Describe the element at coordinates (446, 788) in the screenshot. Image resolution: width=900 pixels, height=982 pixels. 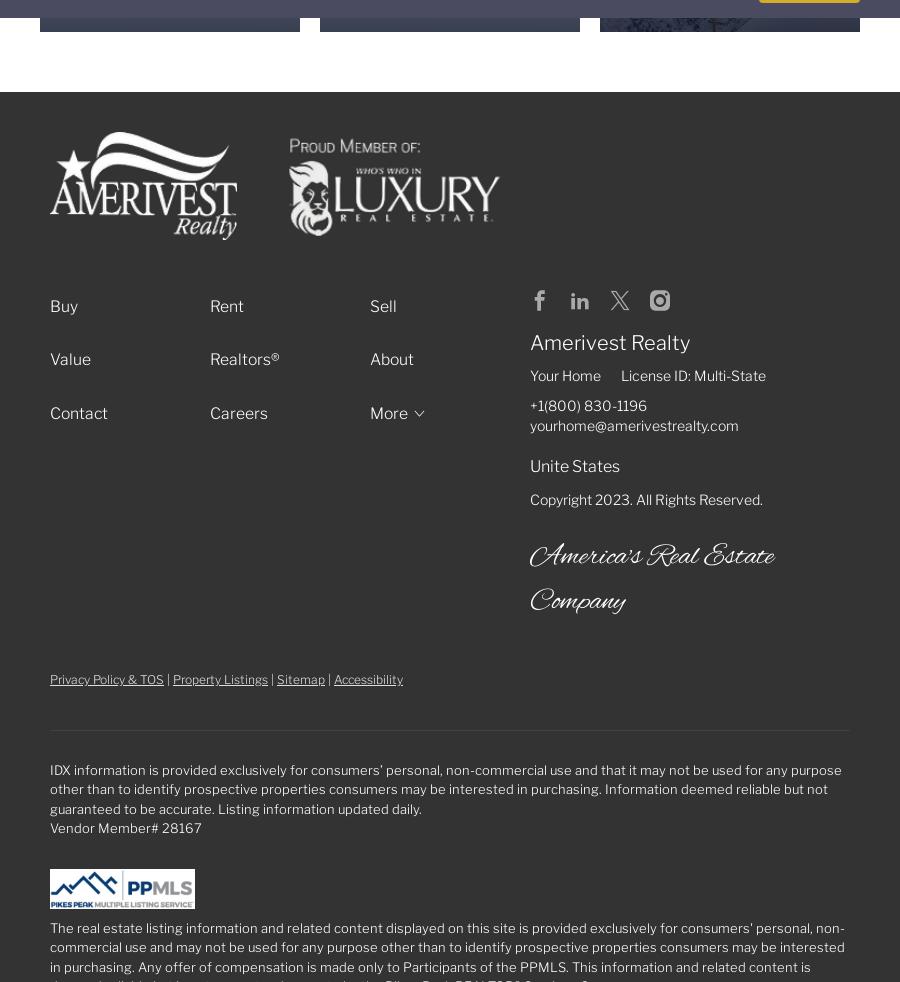
I see `'IDX information is provided exclusively for consumers’ personal, non-commercial use and that it may not be used for any purpose other than to identify prospective properties consumers may be interested in purchasing. Information deemed reliable but not guaranteed to be accurate. Listing information updated daily.'` at that location.